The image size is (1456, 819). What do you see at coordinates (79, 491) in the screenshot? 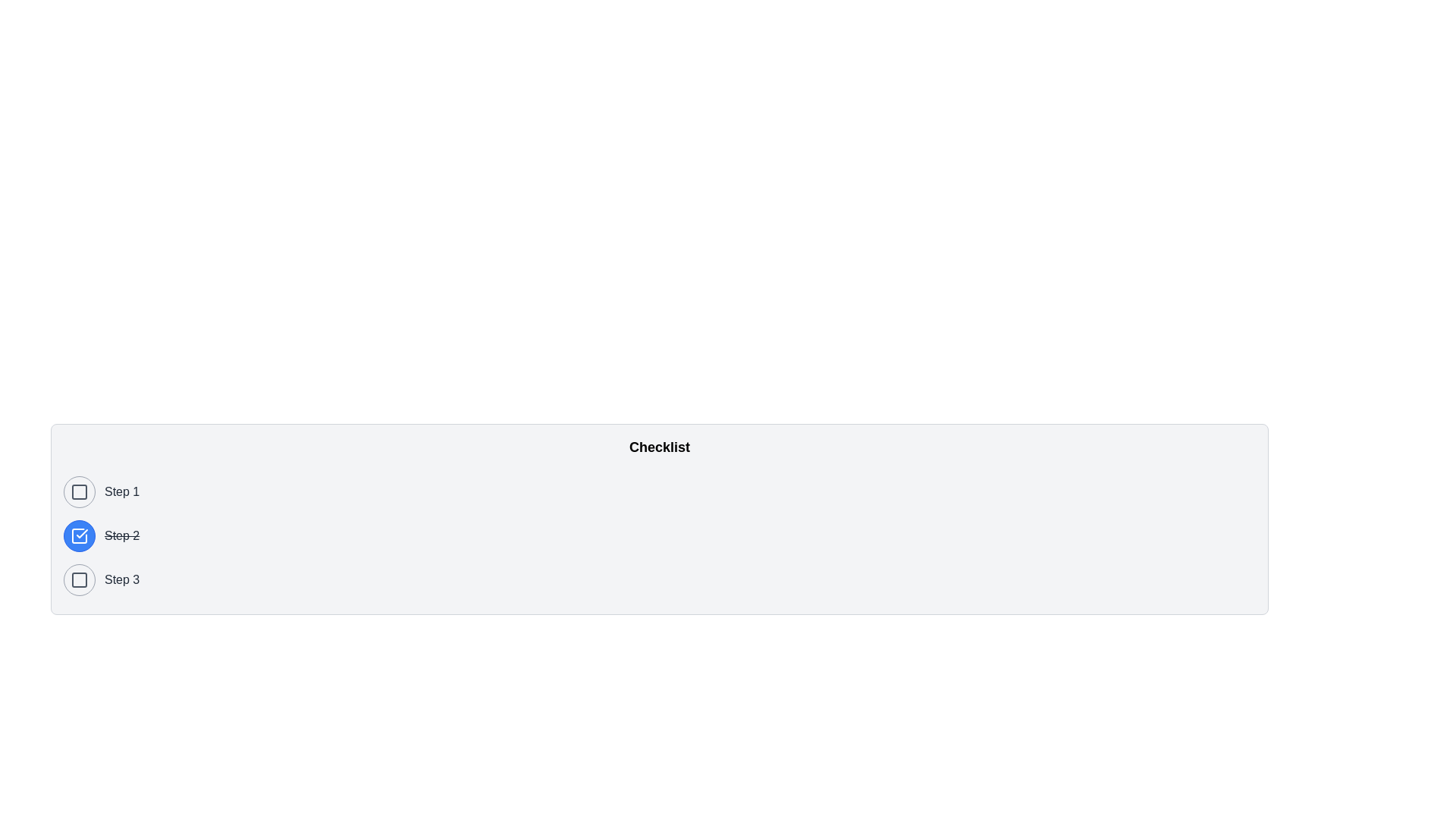
I see `the small circular button with a border and padding, located on the left side of the 'Step 1' row in the checklist section, to interact with it` at bounding box center [79, 491].